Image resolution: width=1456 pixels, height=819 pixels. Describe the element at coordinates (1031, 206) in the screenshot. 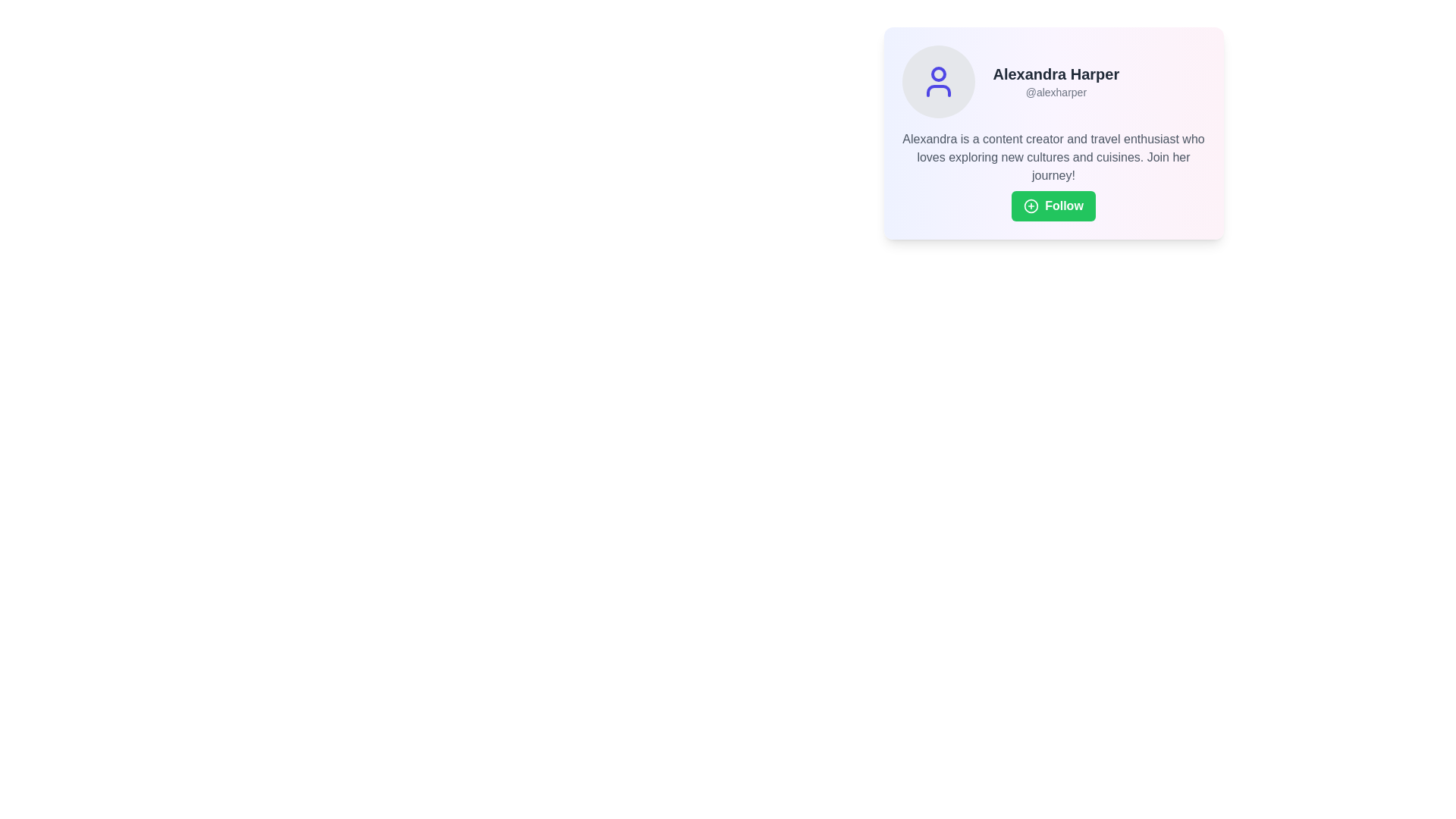

I see `the green plus icon within the 'Follow' button, located to the left of the text label, indicating its addition or creation functionality` at that location.